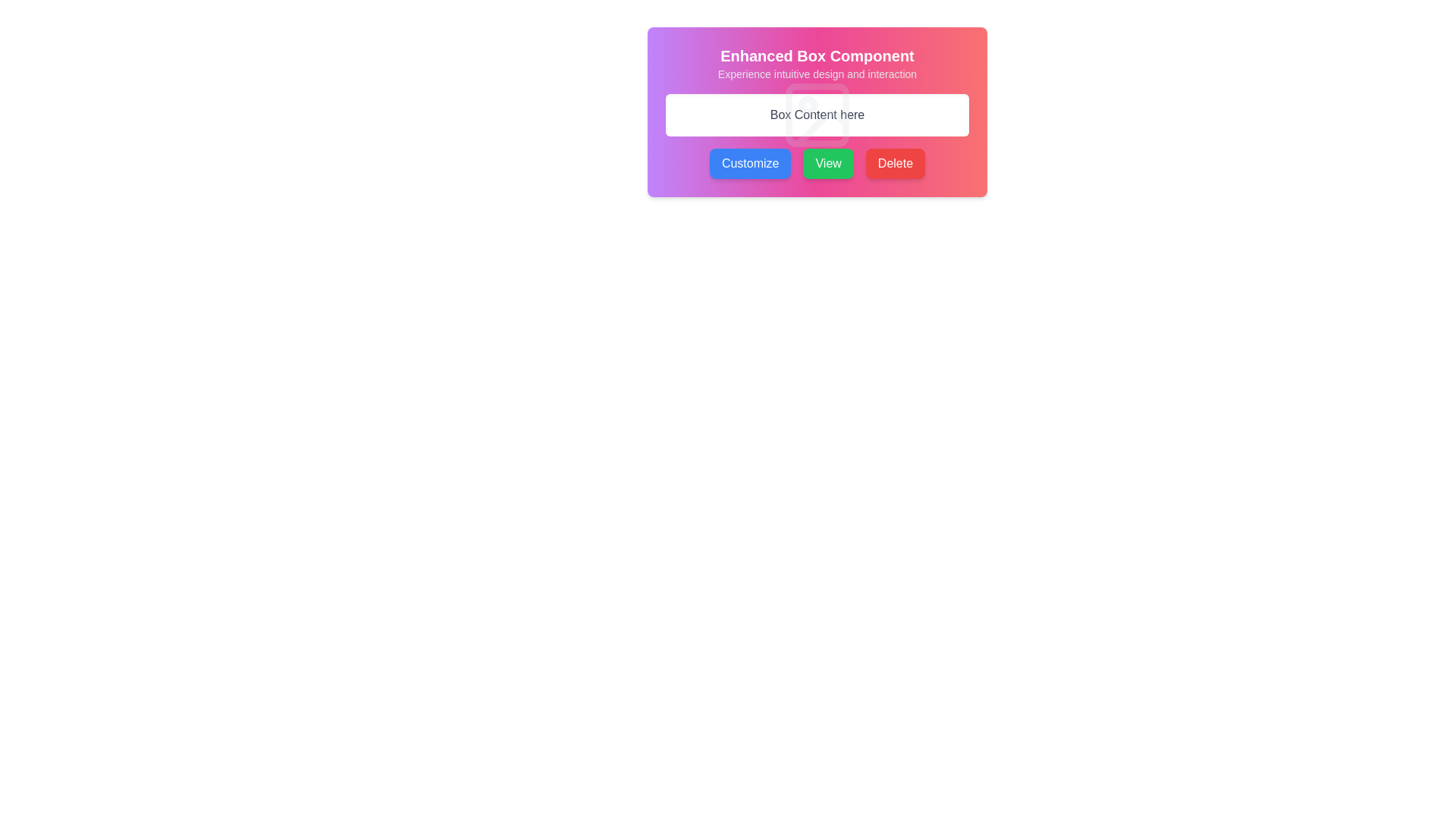  I want to click on the 'Customize' button, which is the leftmost button in a trio, featuring white text on a blue background with rounded corners and a shadow effect, so click(750, 164).